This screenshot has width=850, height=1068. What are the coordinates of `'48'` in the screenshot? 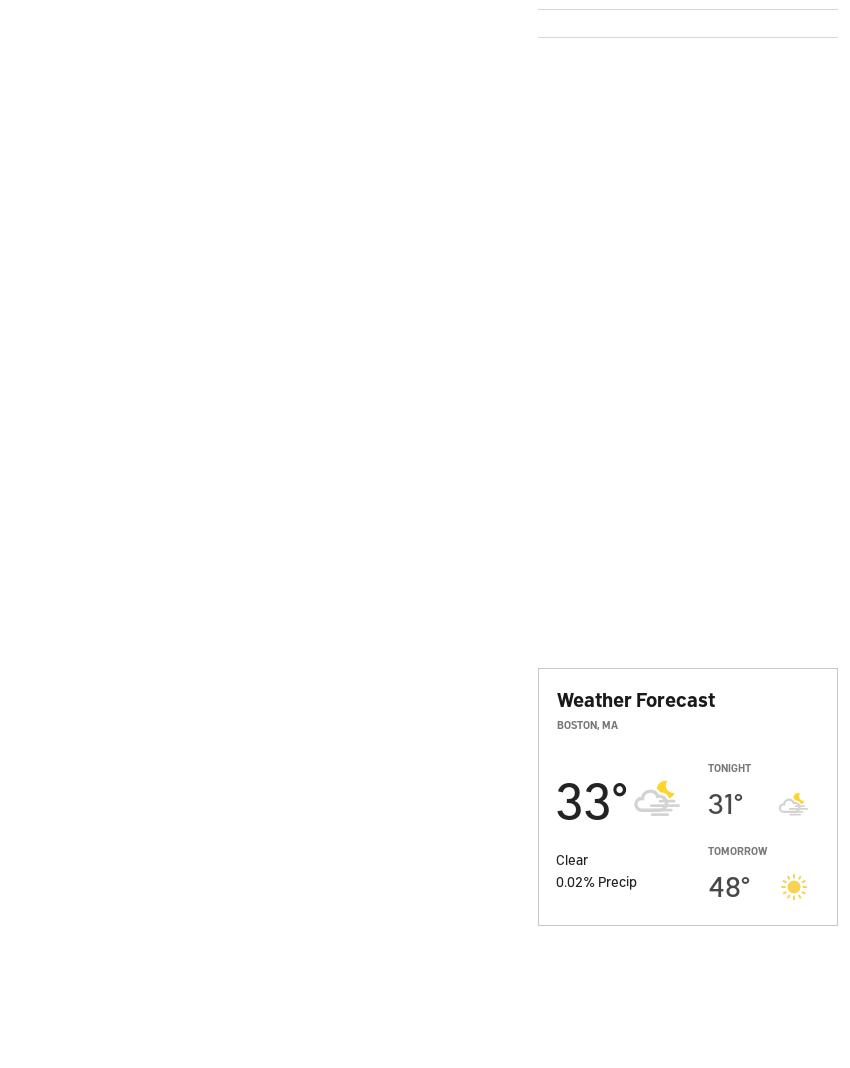 It's located at (706, 884).